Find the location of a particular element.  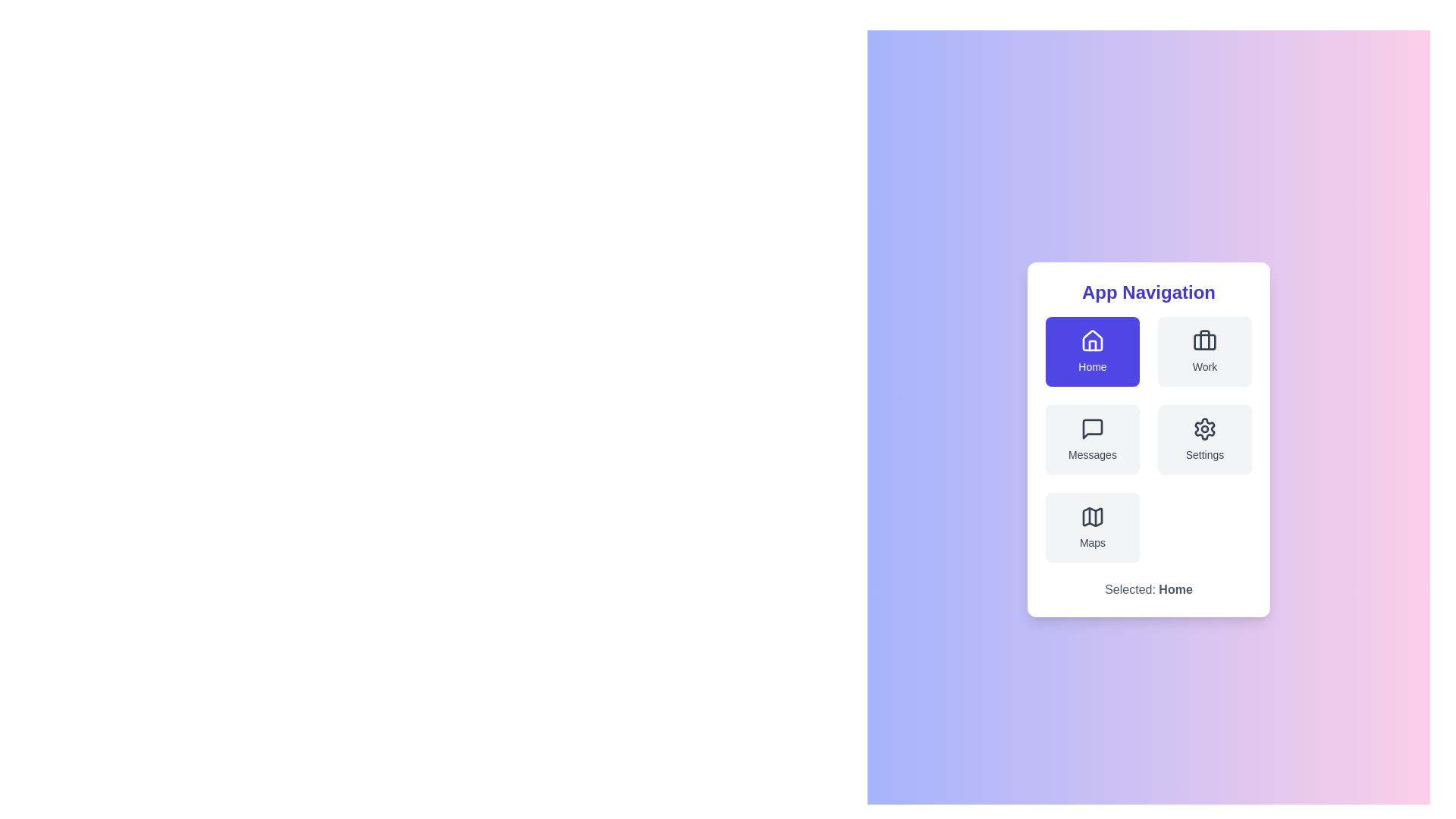

the menu item Home from the available options is located at coordinates (1092, 351).